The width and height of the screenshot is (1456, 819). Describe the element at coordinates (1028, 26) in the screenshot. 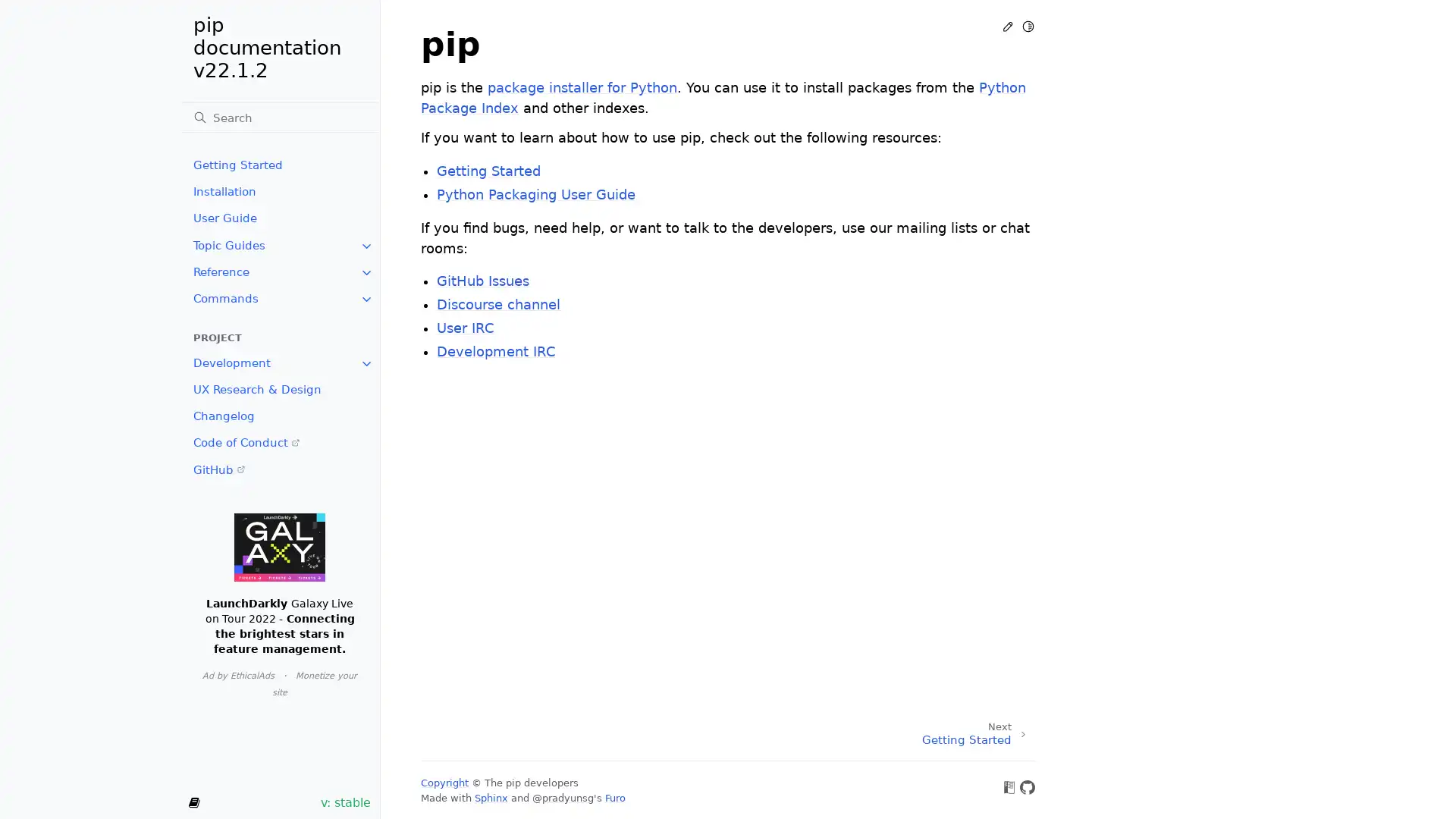

I see `Toggle Light / Dark / Auto color theme` at that location.